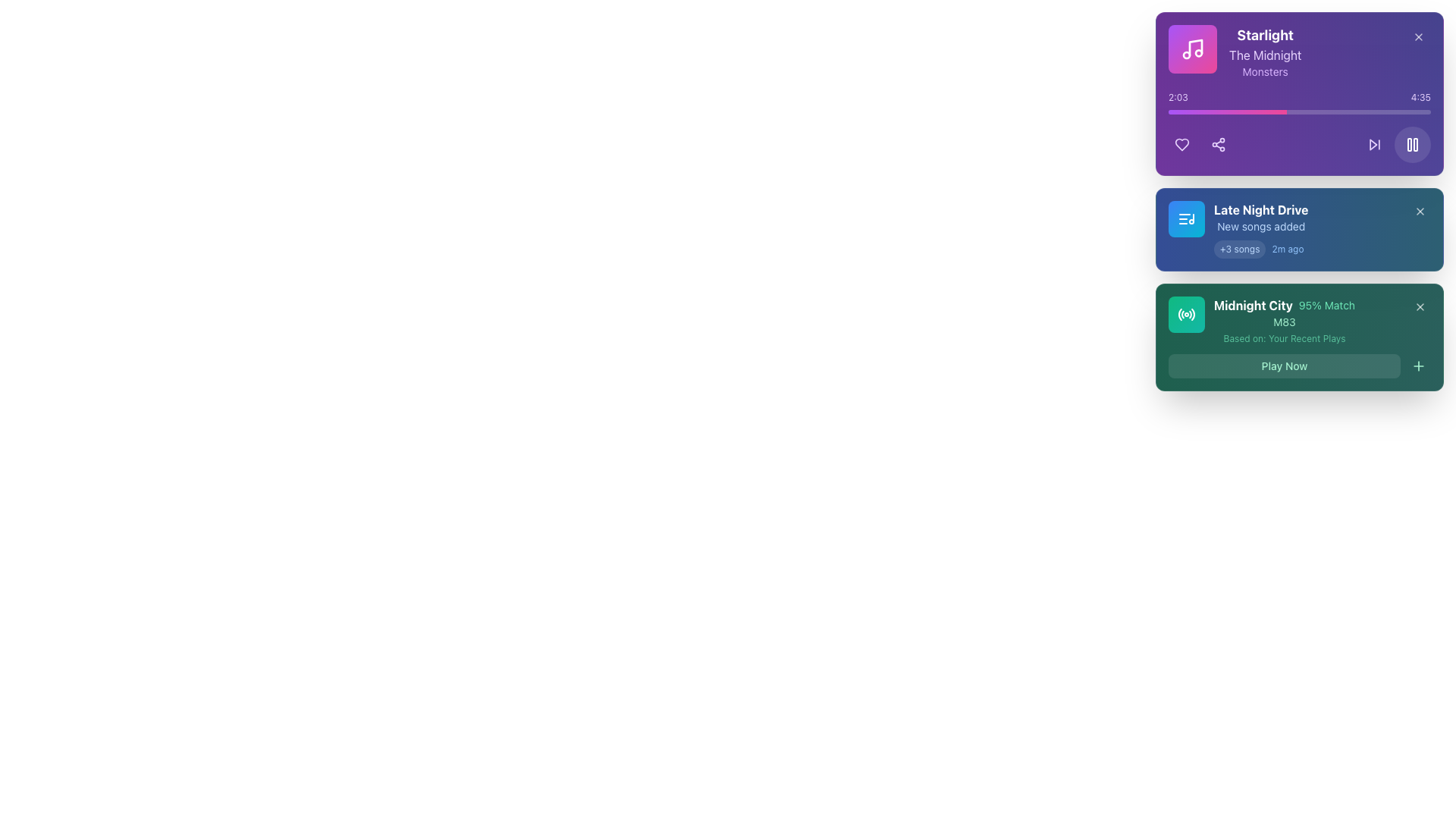 The image size is (1456, 819). I want to click on the label displaying 'Based on: Your Recent Plays' within the green card interface of 'Midnight City', located beneath 'M83', so click(1284, 338).